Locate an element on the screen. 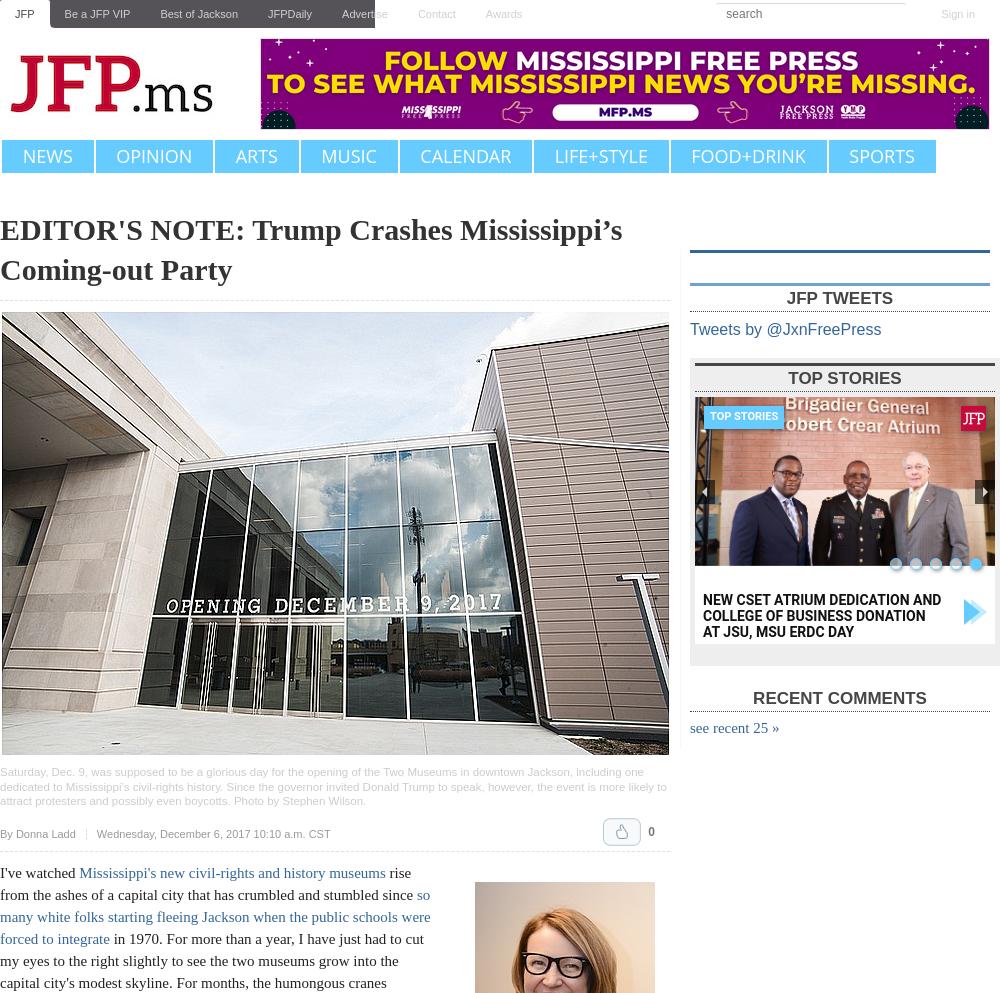 This screenshot has width=1000, height=993. 'Recent Comments' is located at coordinates (838, 697).